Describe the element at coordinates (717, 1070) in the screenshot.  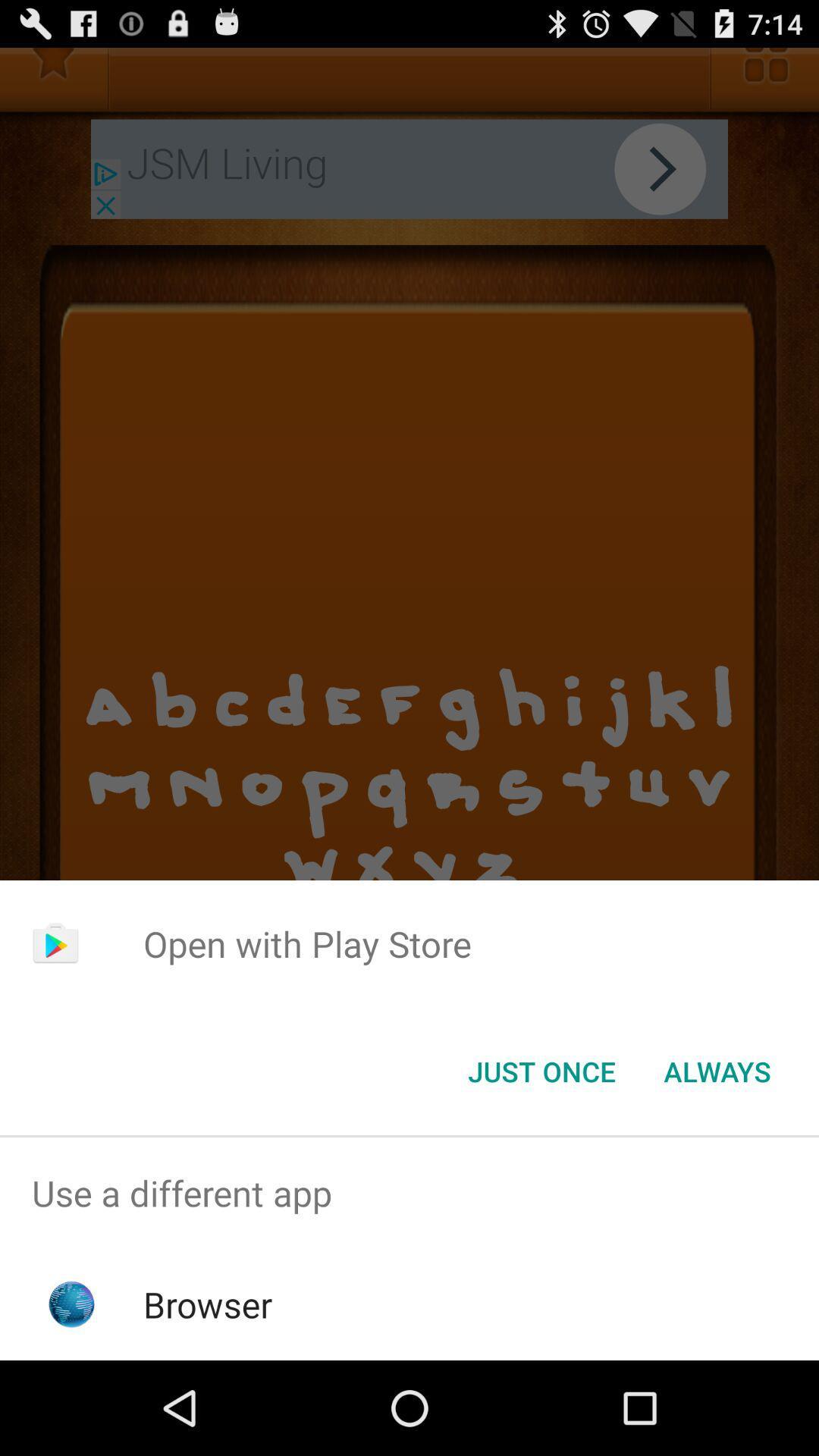
I see `item next to just once icon` at that location.